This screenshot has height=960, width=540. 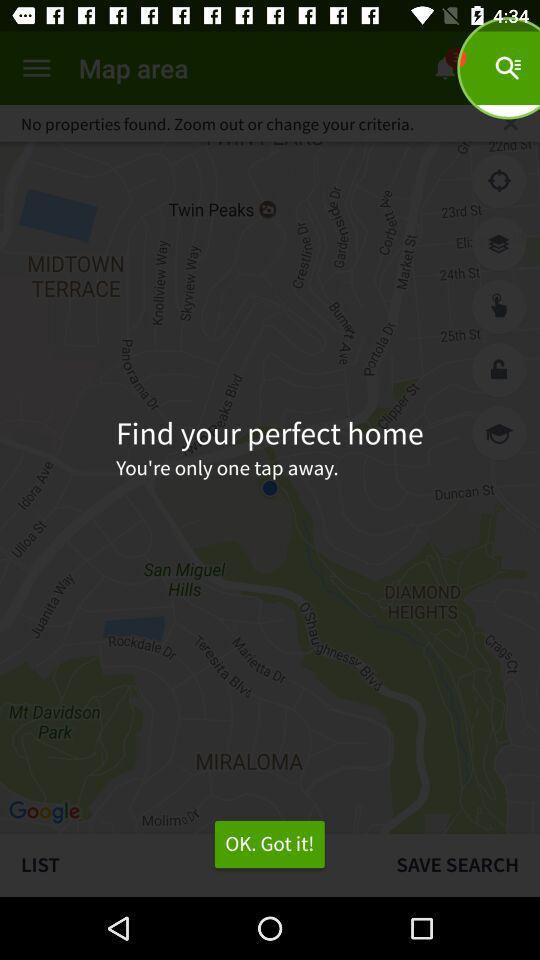 What do you see at coordinates (498, 307) in the screenshot?
I see `selects item` at bounding box center [498, 307].